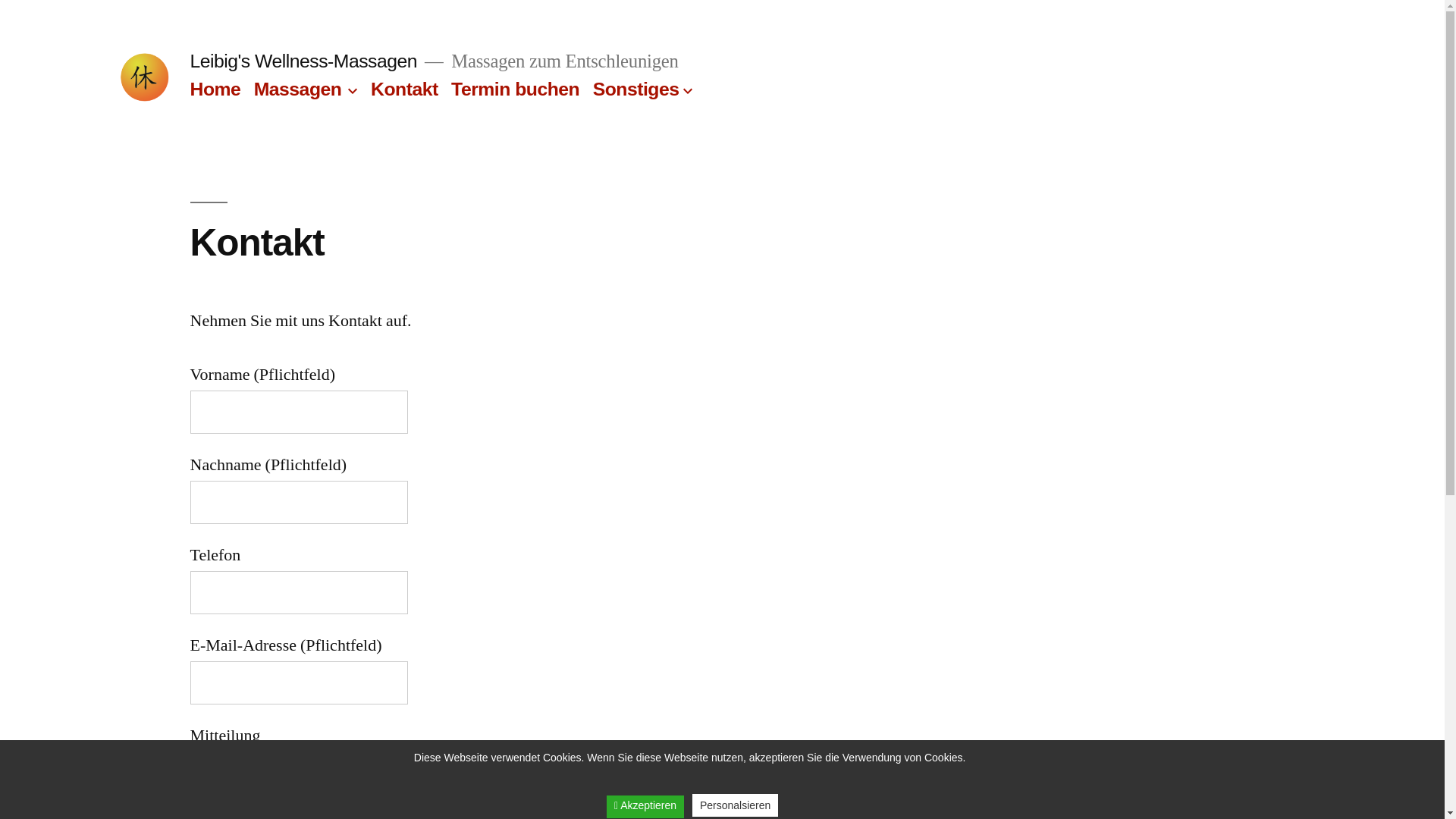 The width and height of the screenshot is (1456, 819). What do you see at coordinates (515, 89) in the screenshot?
I see `'Termin buchen'` at bounding box center [515, 89].